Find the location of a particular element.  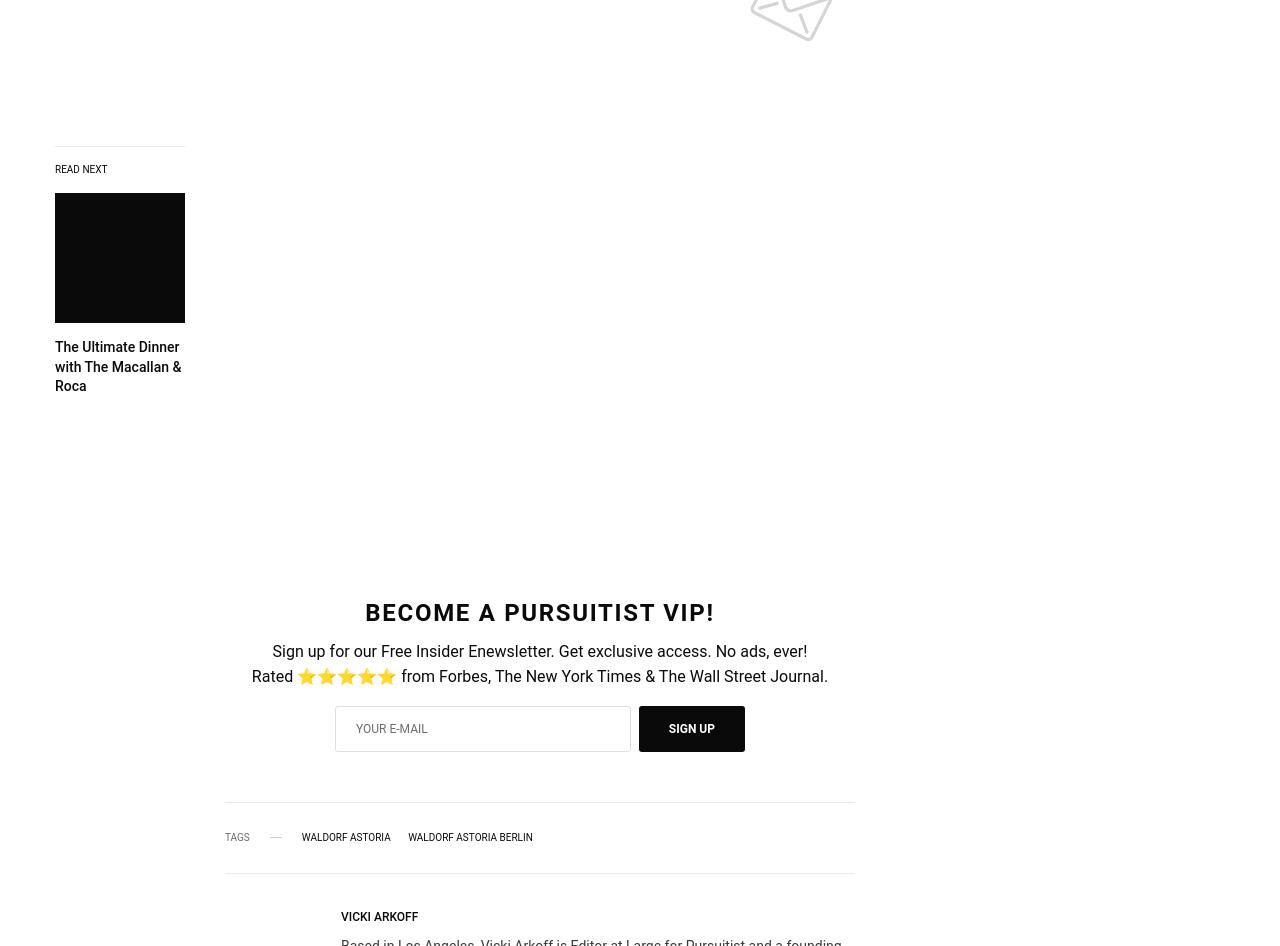

'Tags' is located at coordinates (225, 836).